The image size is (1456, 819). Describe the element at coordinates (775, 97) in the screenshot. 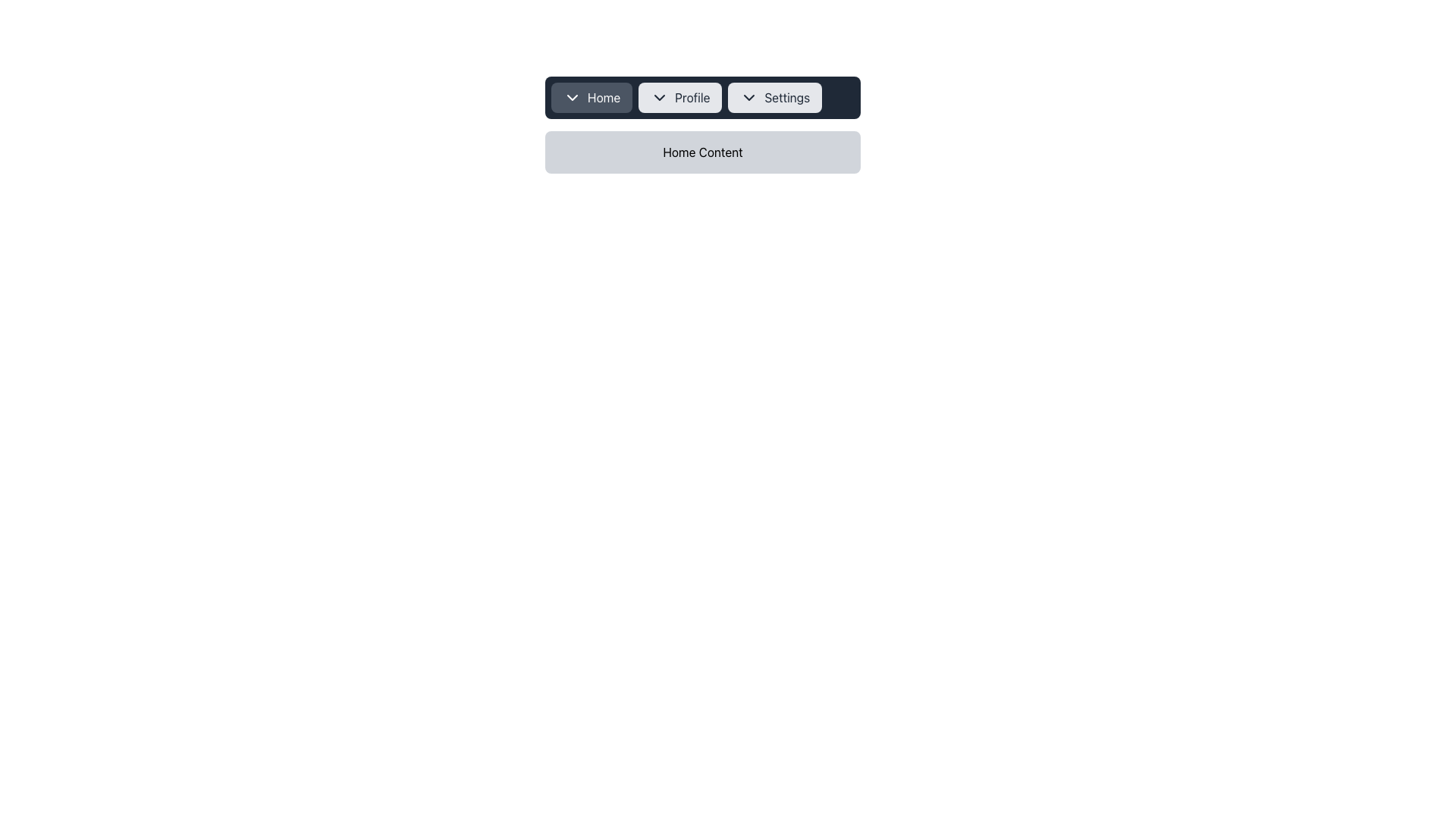

I see `the 'Settings' navigation button` at that location.